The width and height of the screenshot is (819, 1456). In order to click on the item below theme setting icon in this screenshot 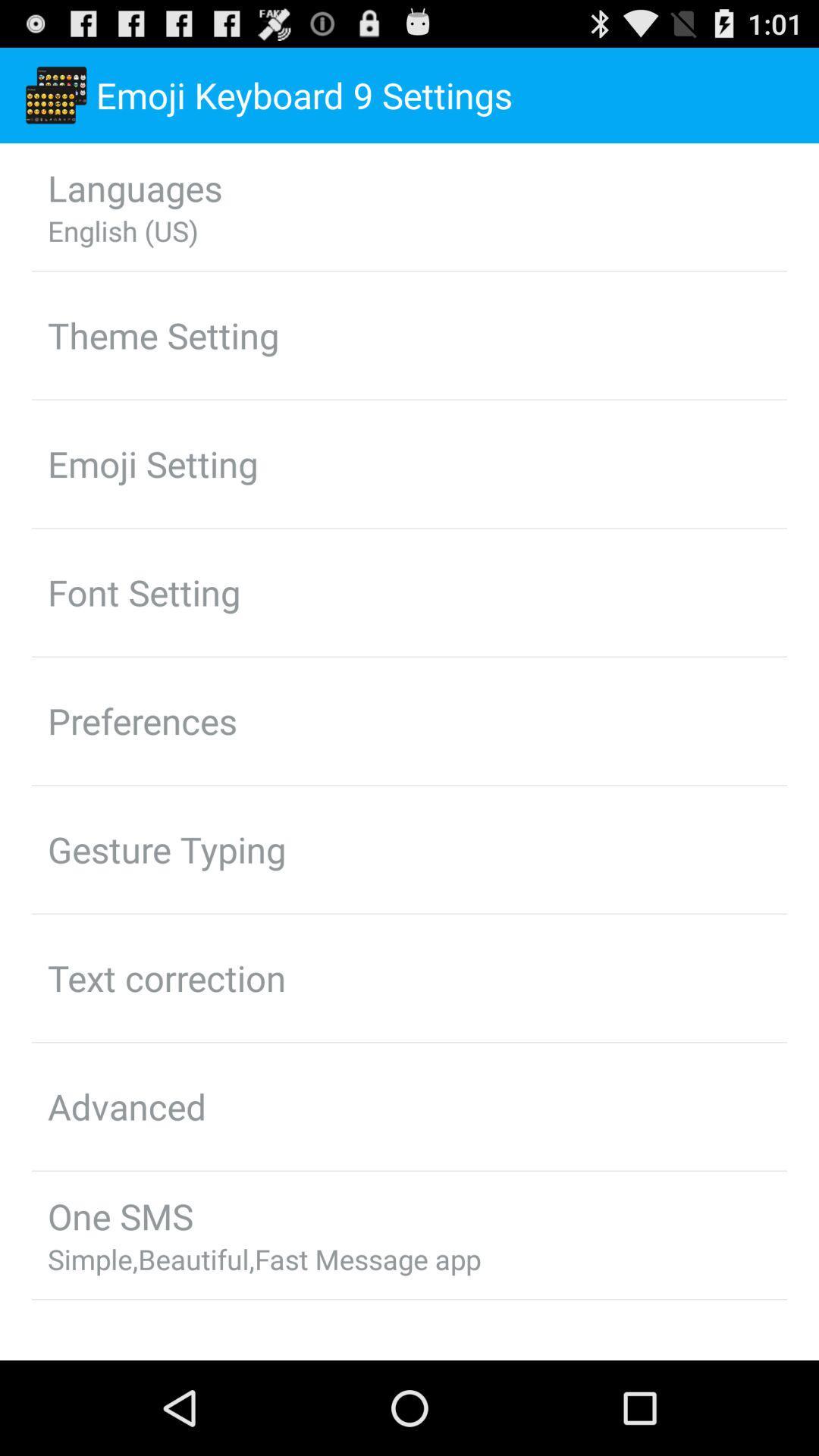, I will do `click(152, 463)`.